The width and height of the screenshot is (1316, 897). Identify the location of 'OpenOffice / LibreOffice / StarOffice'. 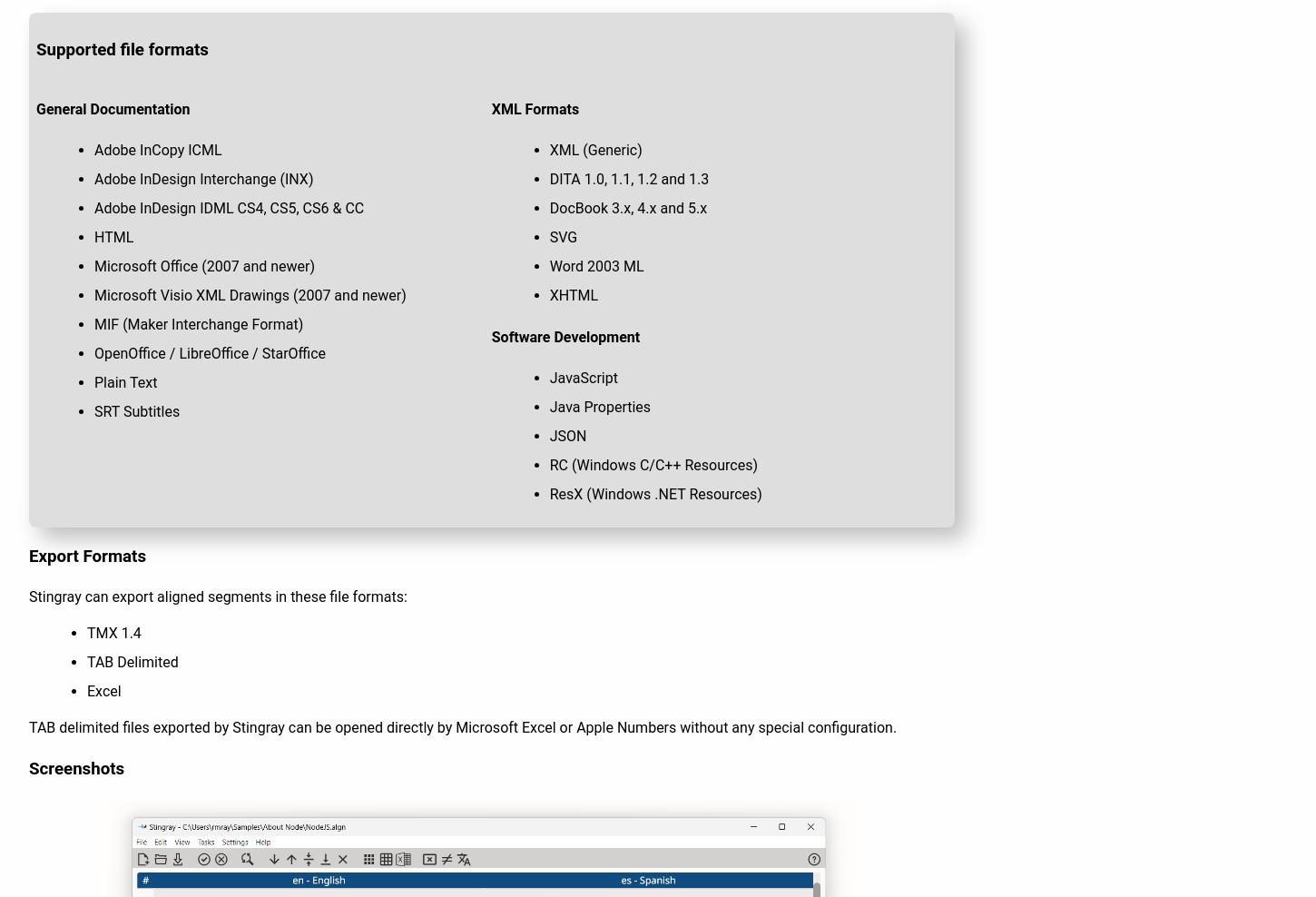
(209, 352).